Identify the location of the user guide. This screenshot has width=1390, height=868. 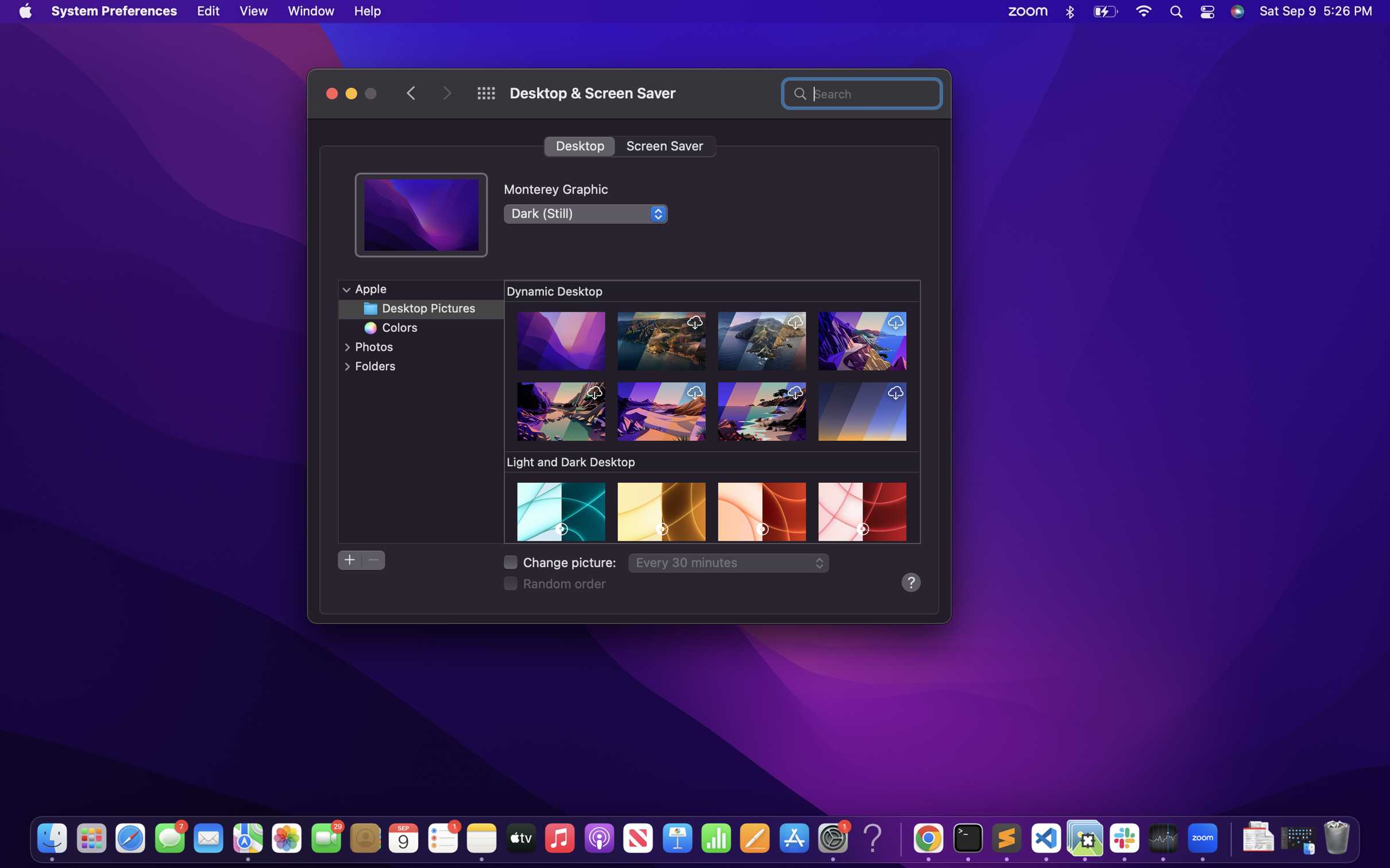
(910, 582).